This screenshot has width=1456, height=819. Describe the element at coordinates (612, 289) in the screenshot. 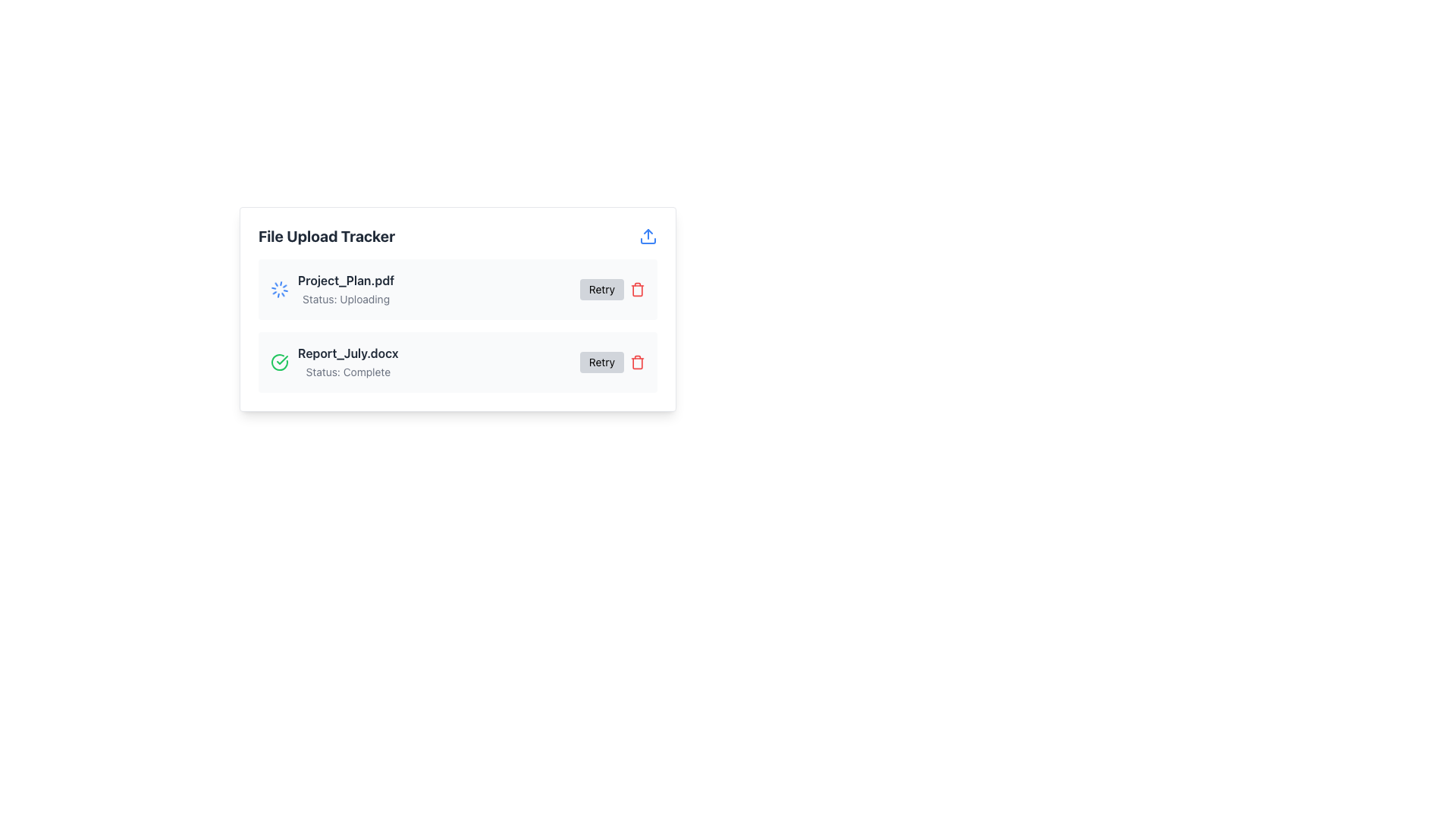

I see `the 'Retry' button, which has a light gray background and rounded corners, located next to a red trash icon in the upper file entry section for 'Project_Plan.pdf'` at that location.